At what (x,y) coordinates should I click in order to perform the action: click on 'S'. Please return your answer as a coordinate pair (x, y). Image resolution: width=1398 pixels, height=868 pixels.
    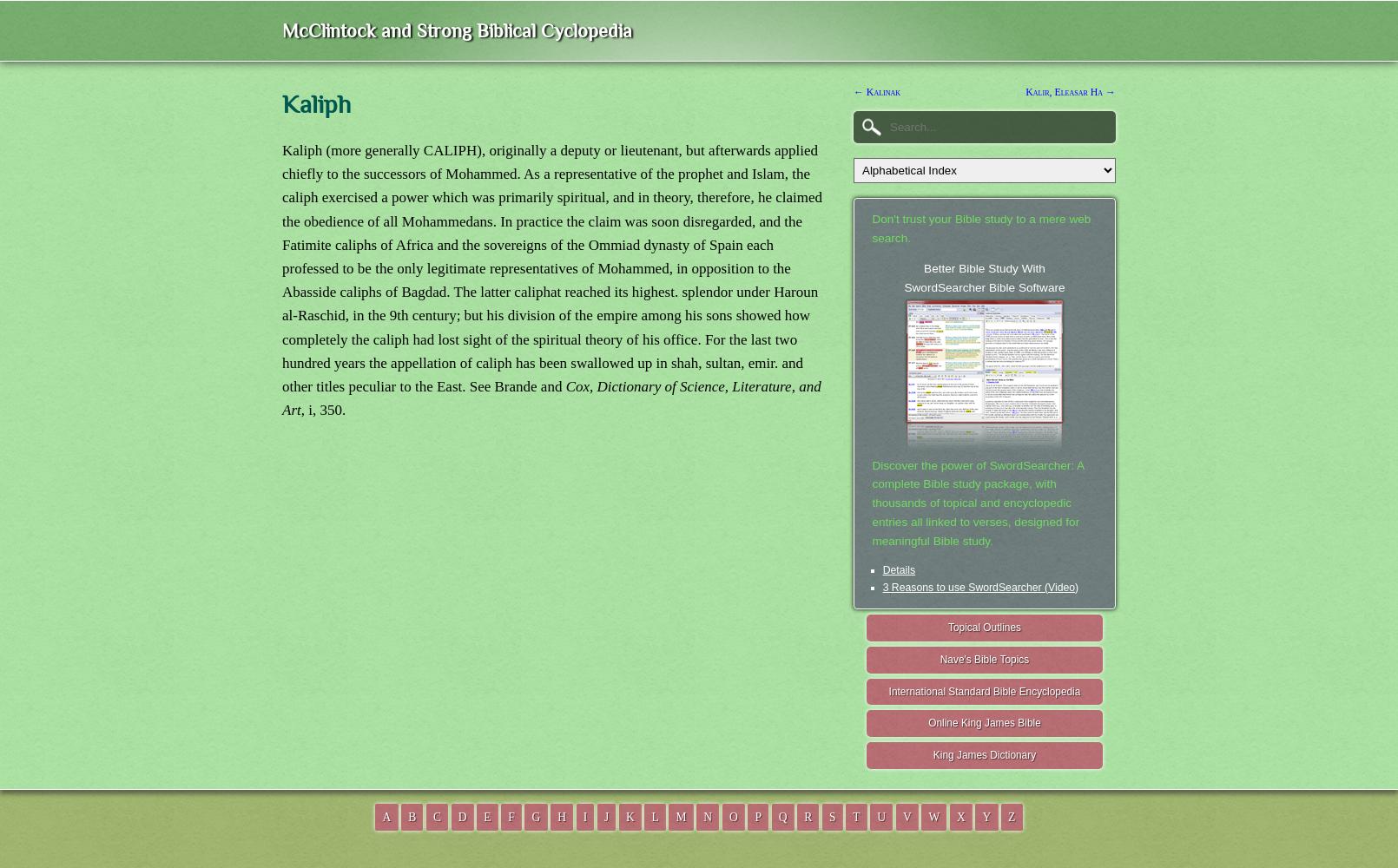
    Looking at the image, I should click on (832, 815).